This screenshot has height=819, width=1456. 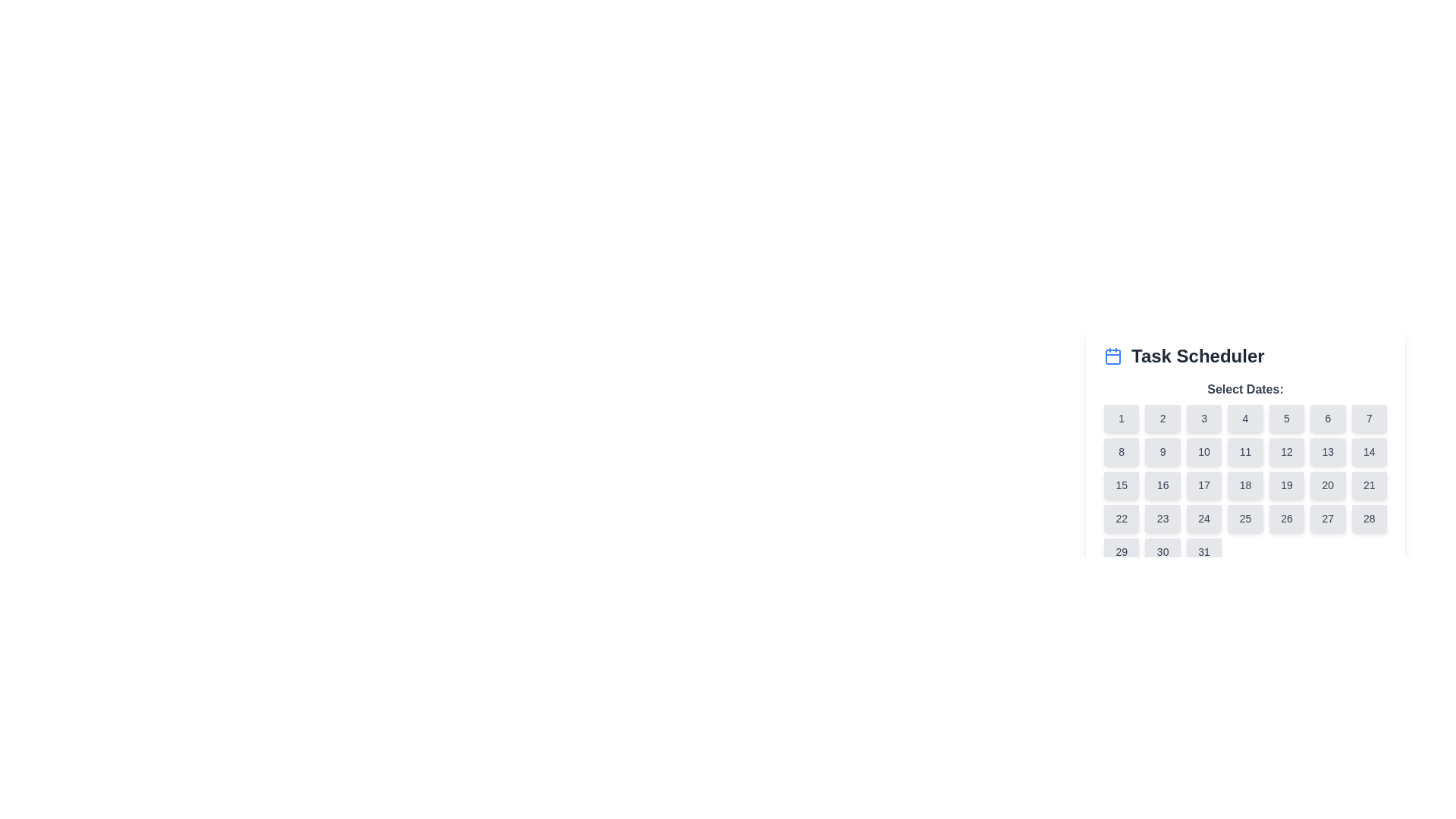 What do you see at coordinates (1327, 451) in the screenshot?
I see `the button representing the 13th day in the date picker interface, located in the second row and sixth column of the grid` at bounding box center [1327, 451].